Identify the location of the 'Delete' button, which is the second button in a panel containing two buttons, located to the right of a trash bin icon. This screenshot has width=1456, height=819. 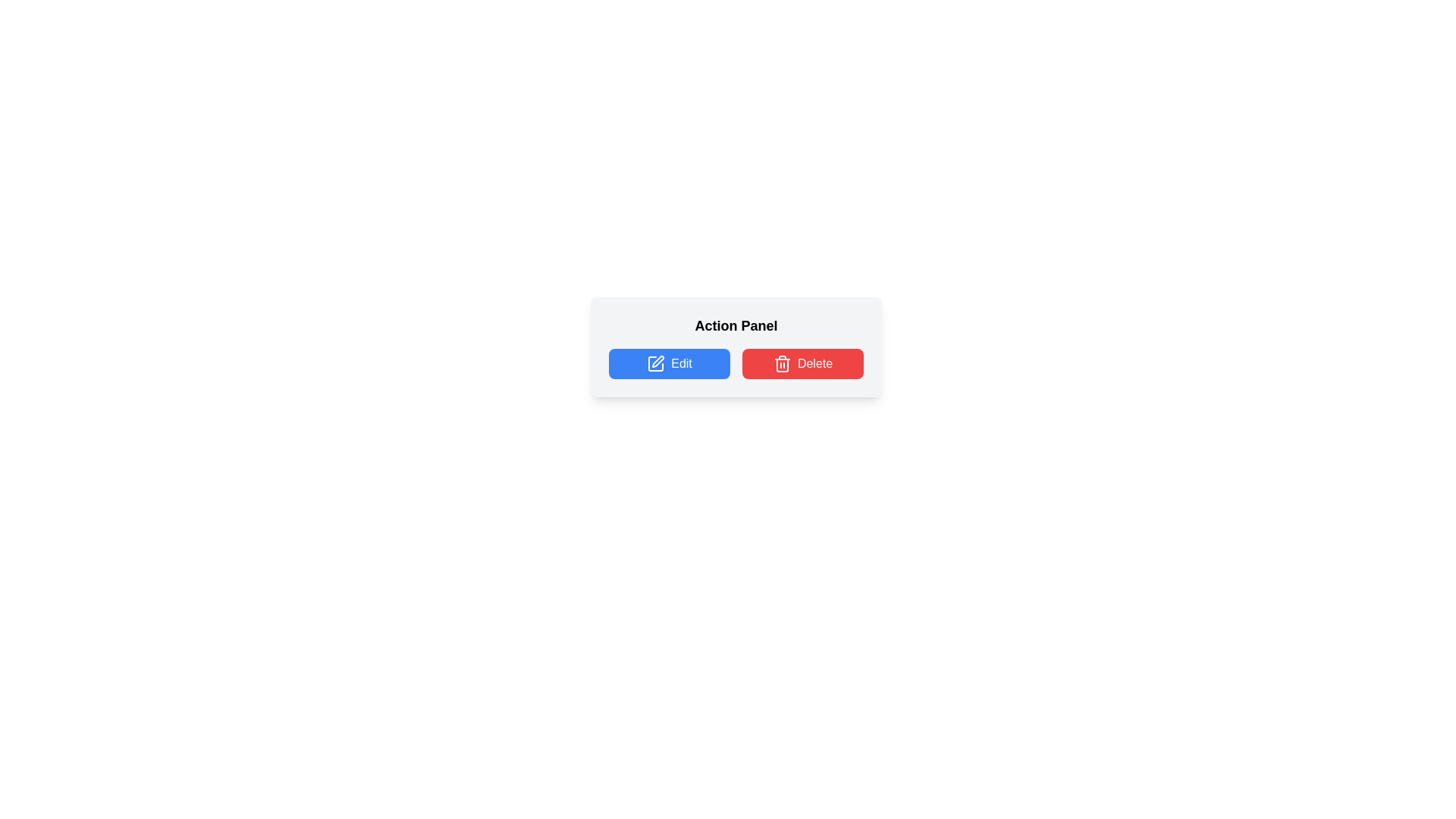
(814, 363).